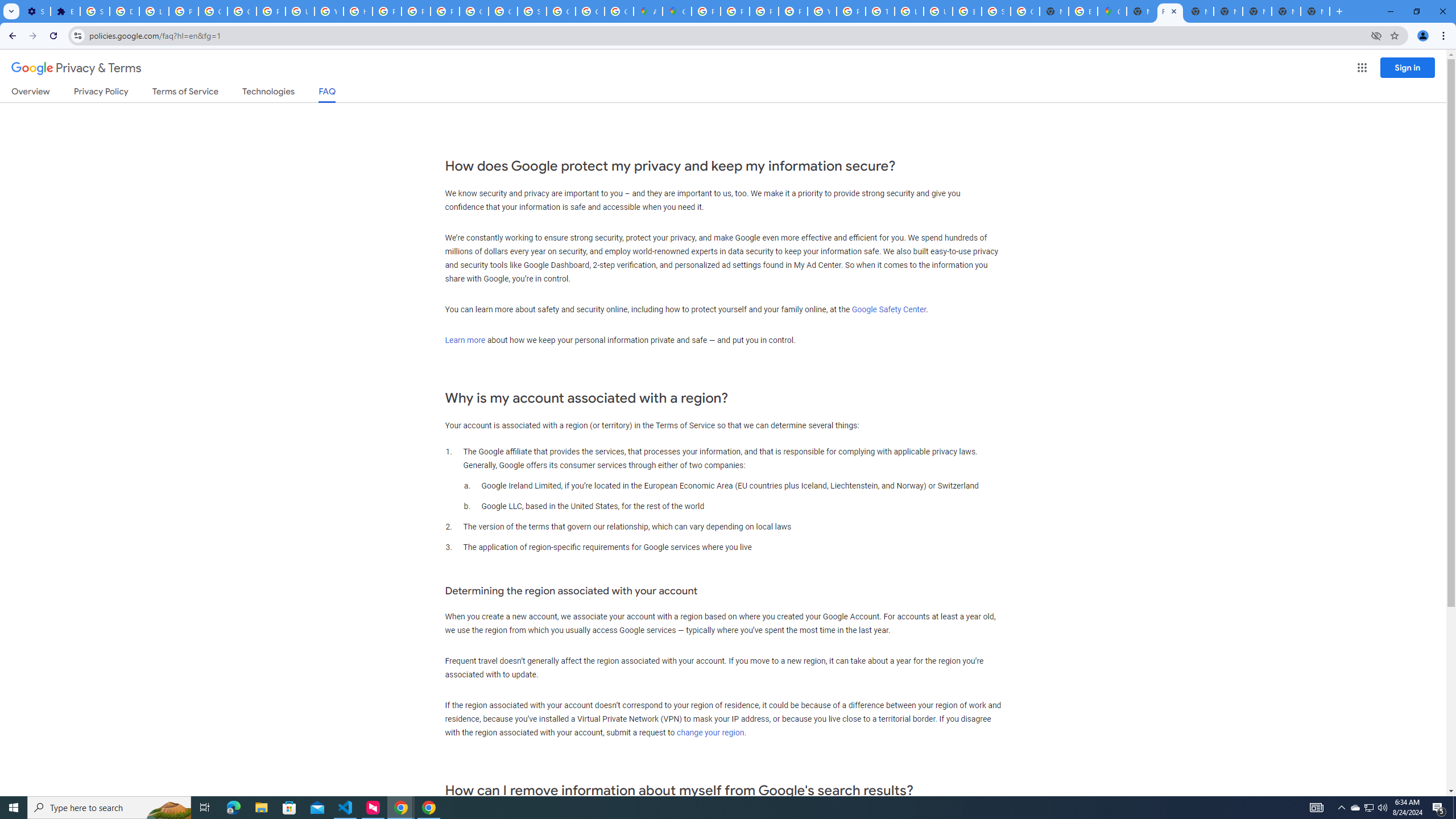  Describe the element at coordinates (711, 732) in the screenshot. I see `'change your region.'` at that location.